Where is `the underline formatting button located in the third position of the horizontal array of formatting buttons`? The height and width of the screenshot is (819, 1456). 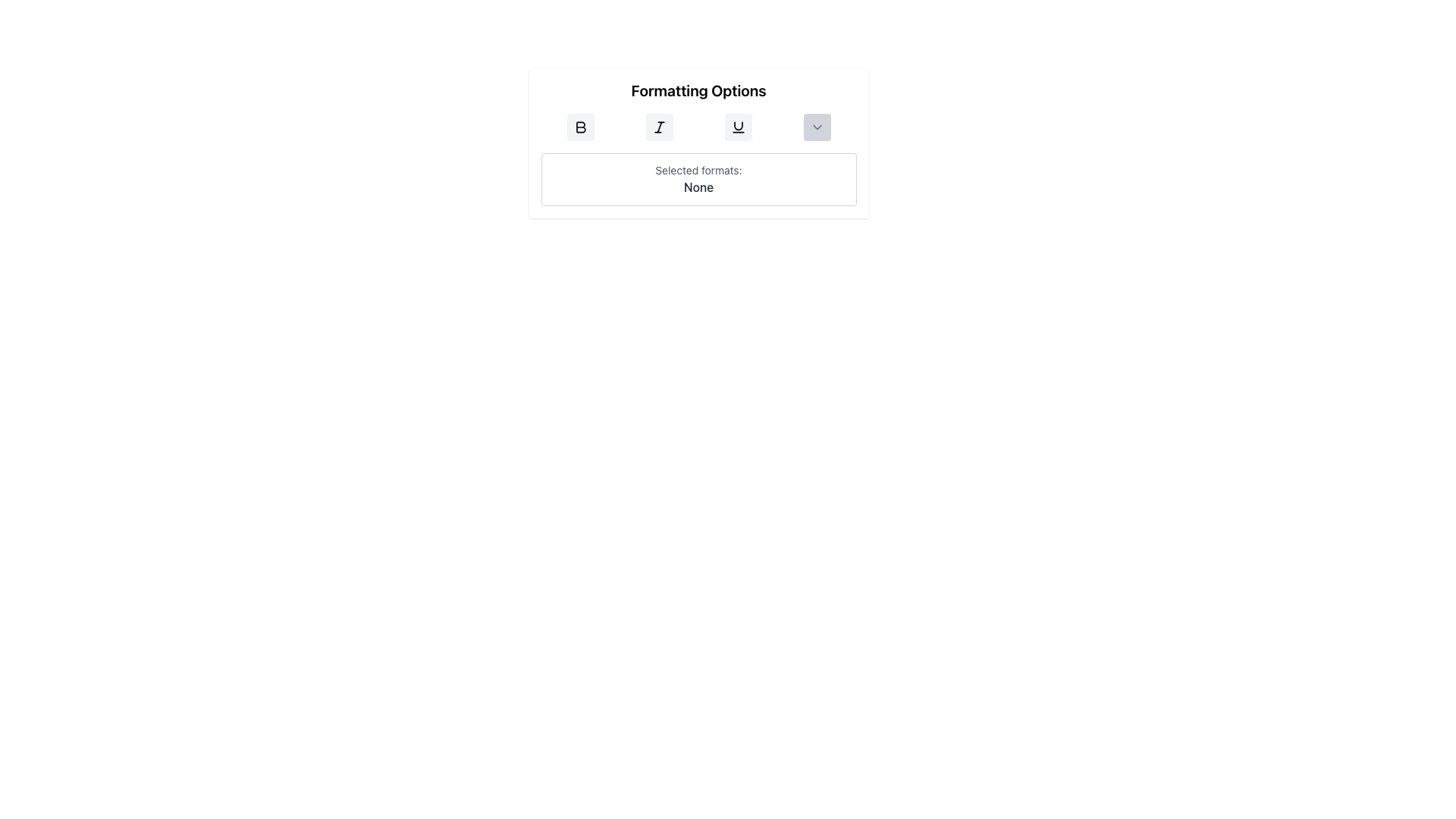
the underline formatting button located in the third position of the horizontal array of formatting buttons is located at coordinates (738, 127).